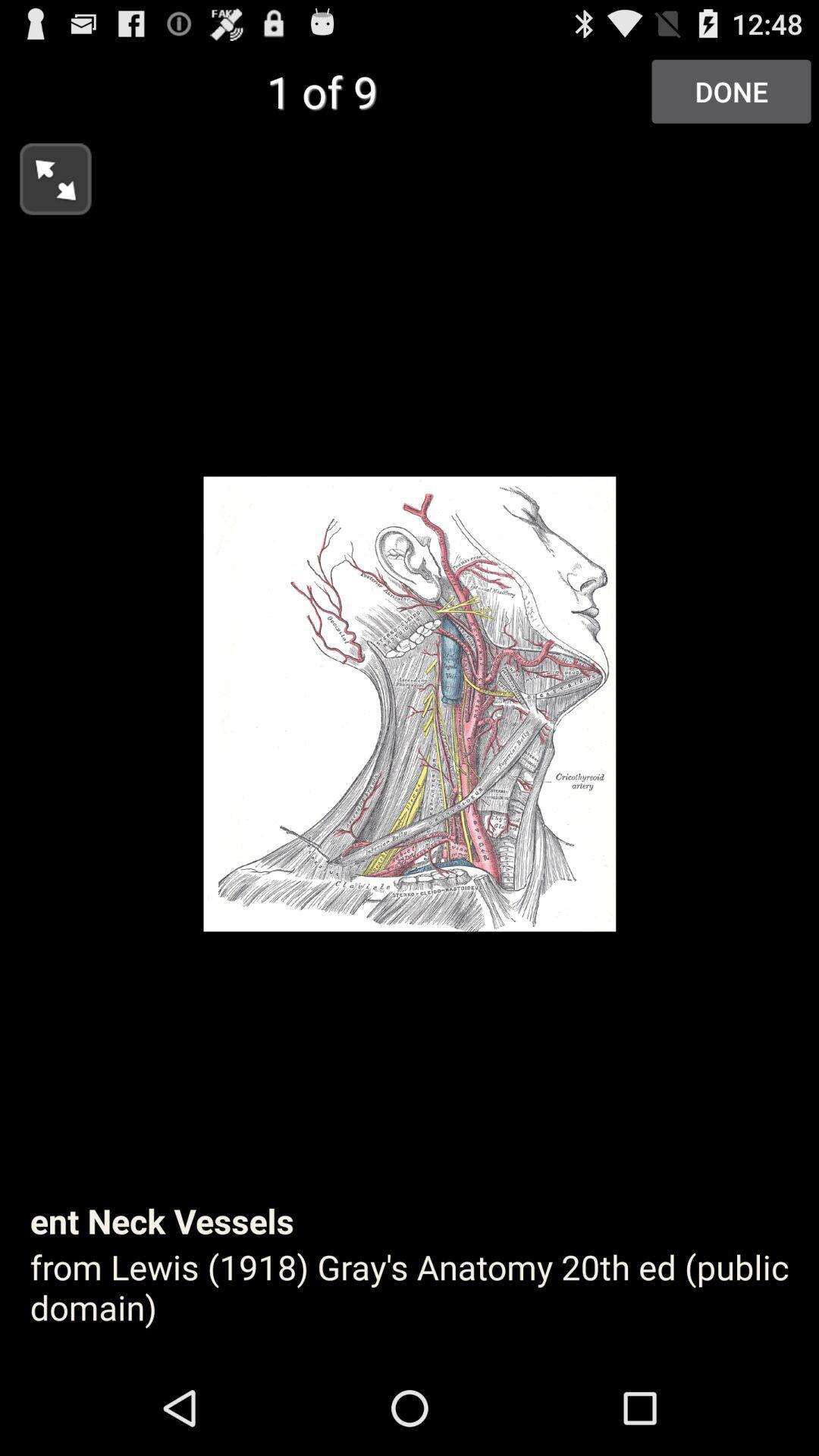  What do you see at coordinates (730, 90) in the screenshot?
I see `the done` at bounding box center [730, 90].